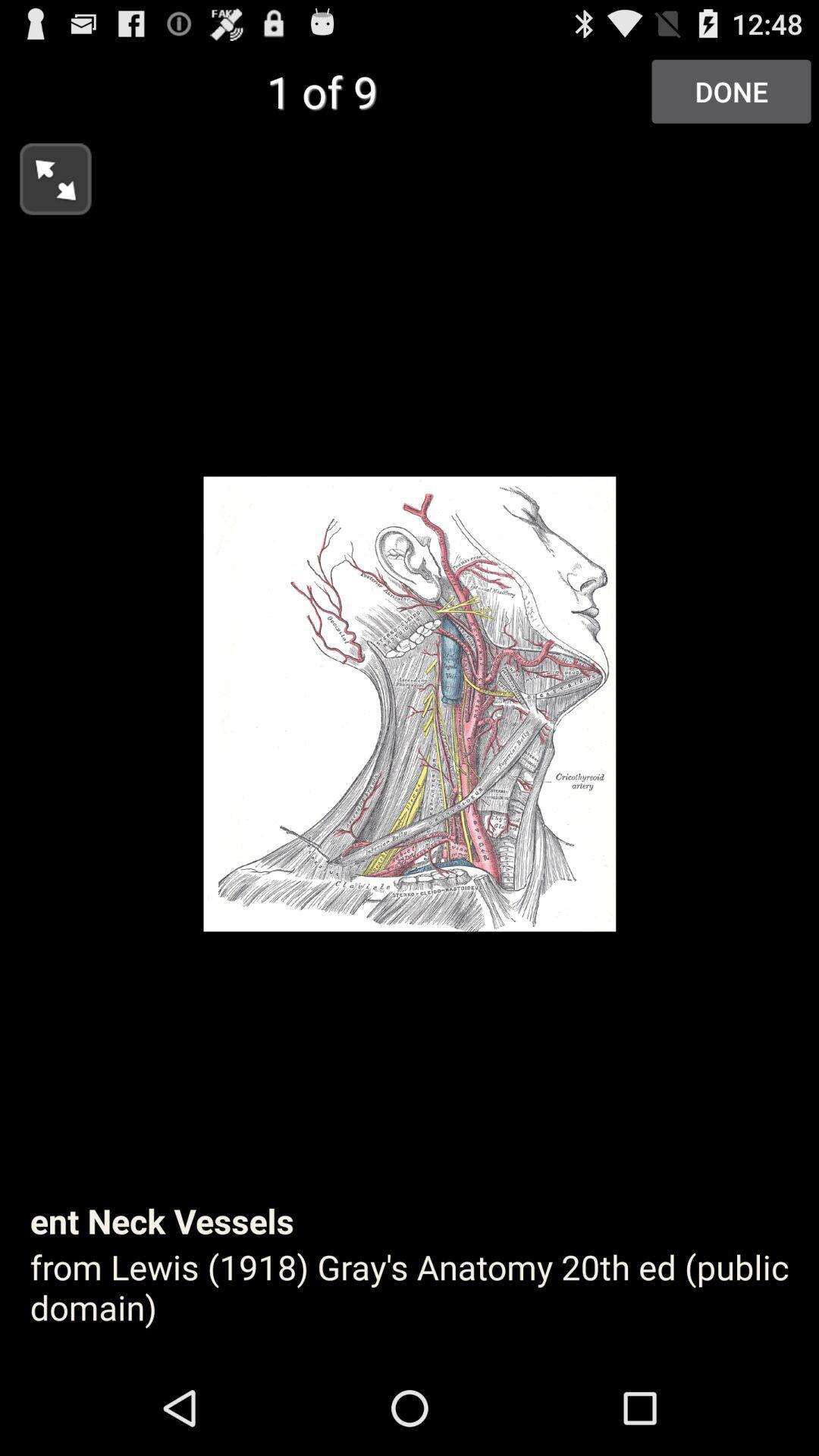  What do you see at coordinates (730, 90) in the screenshot?
I see `the done` at bounding box center [730, 90].